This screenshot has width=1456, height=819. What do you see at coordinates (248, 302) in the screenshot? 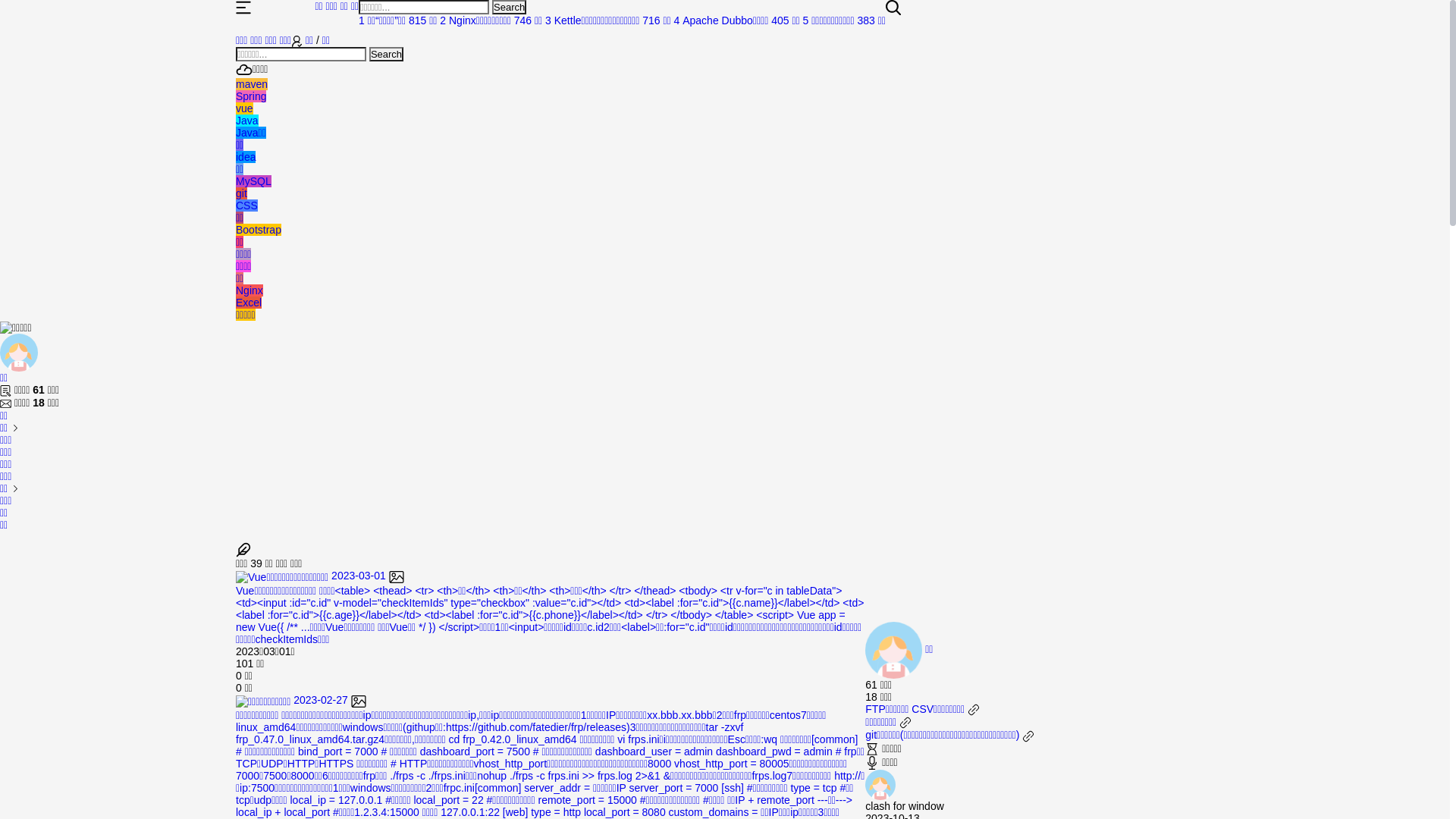
I see `'Excel'` at bounding box center [248, 302].